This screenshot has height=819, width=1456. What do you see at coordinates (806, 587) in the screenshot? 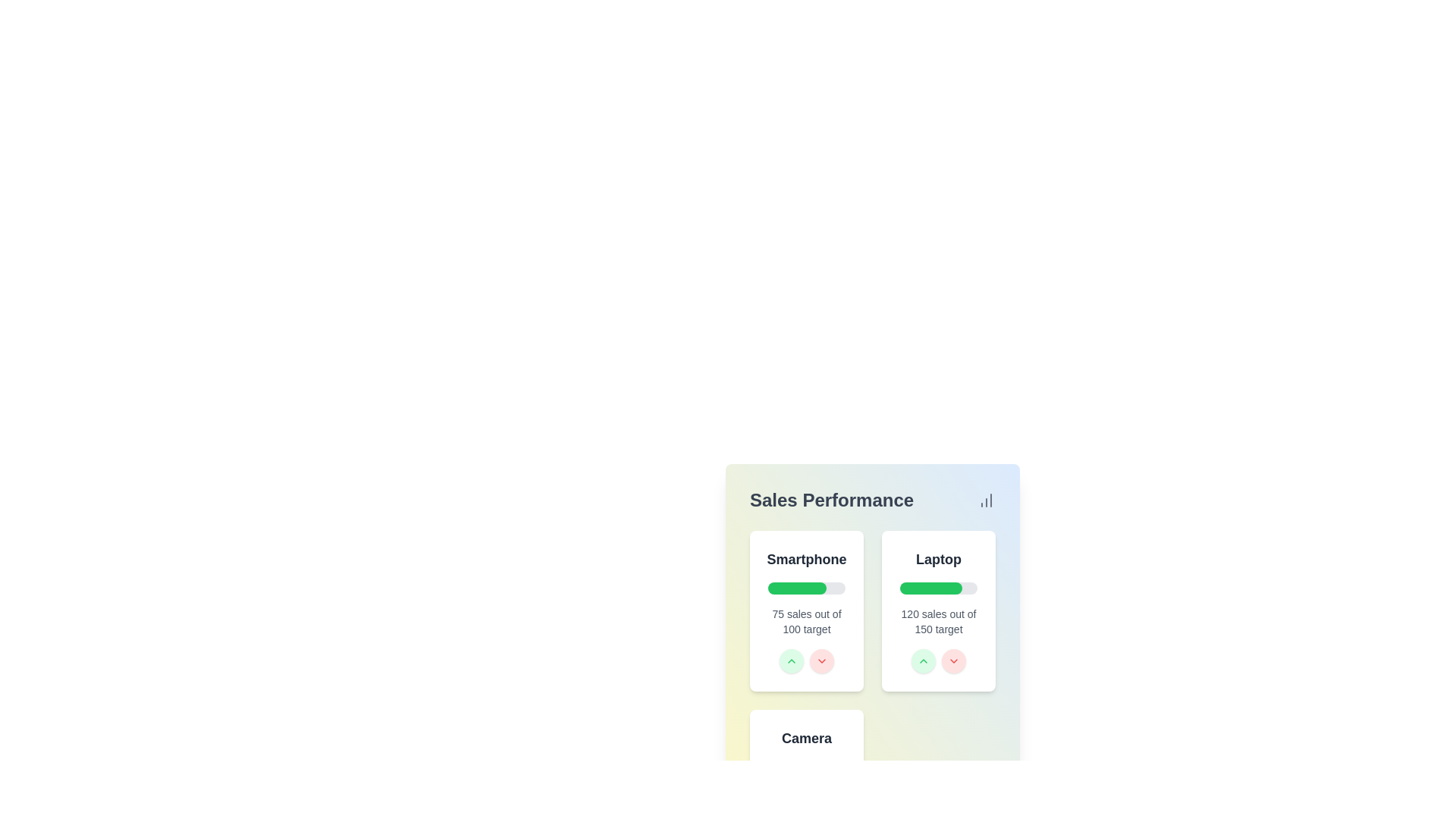
I see `the progress bar indicating 75% completion located within the 'Smartphone' card in the 'Sales Performance' section` at bounding box center [806, 587].